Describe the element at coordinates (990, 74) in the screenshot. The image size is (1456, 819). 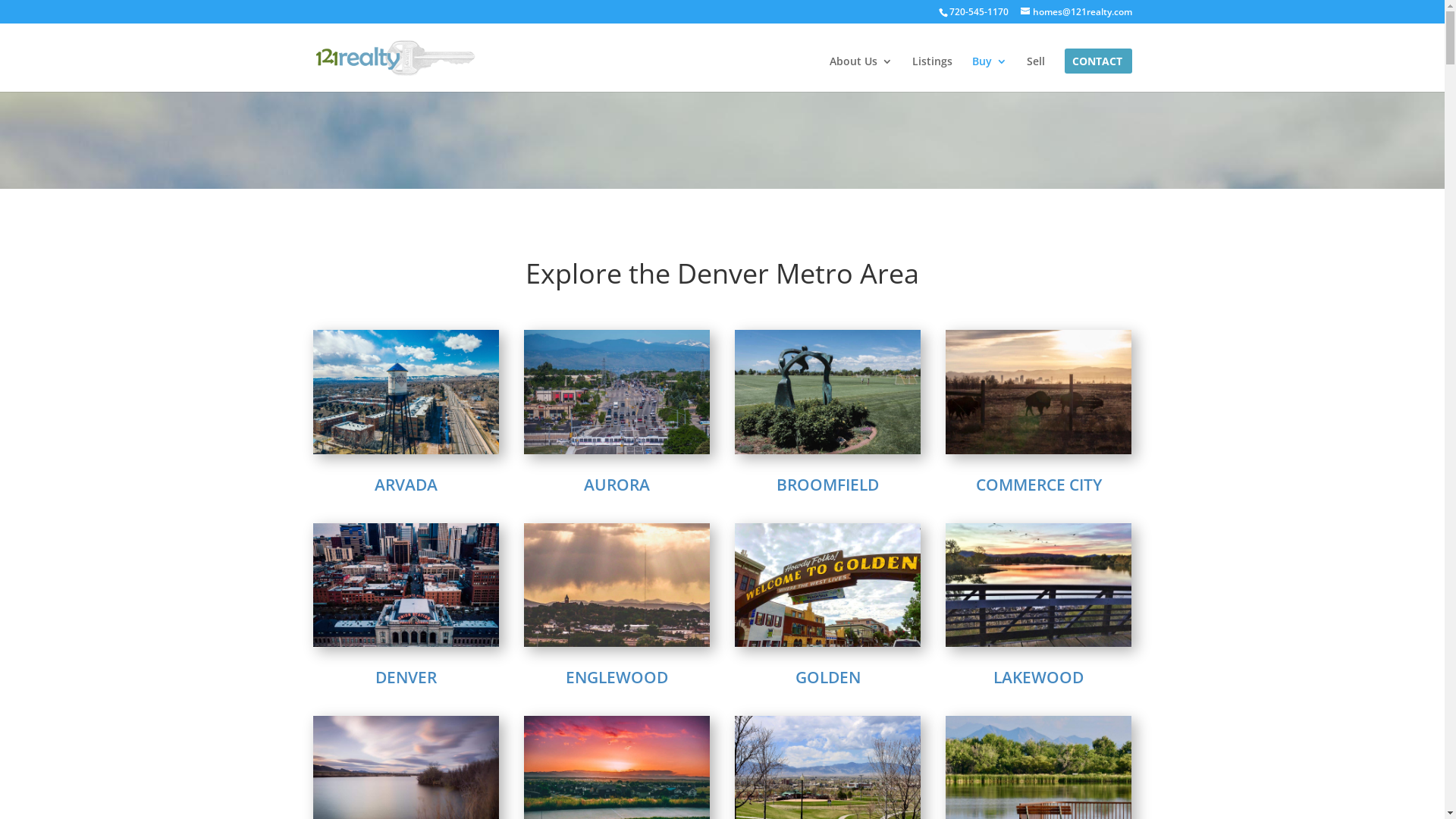
I see `'Buy'` at that location.